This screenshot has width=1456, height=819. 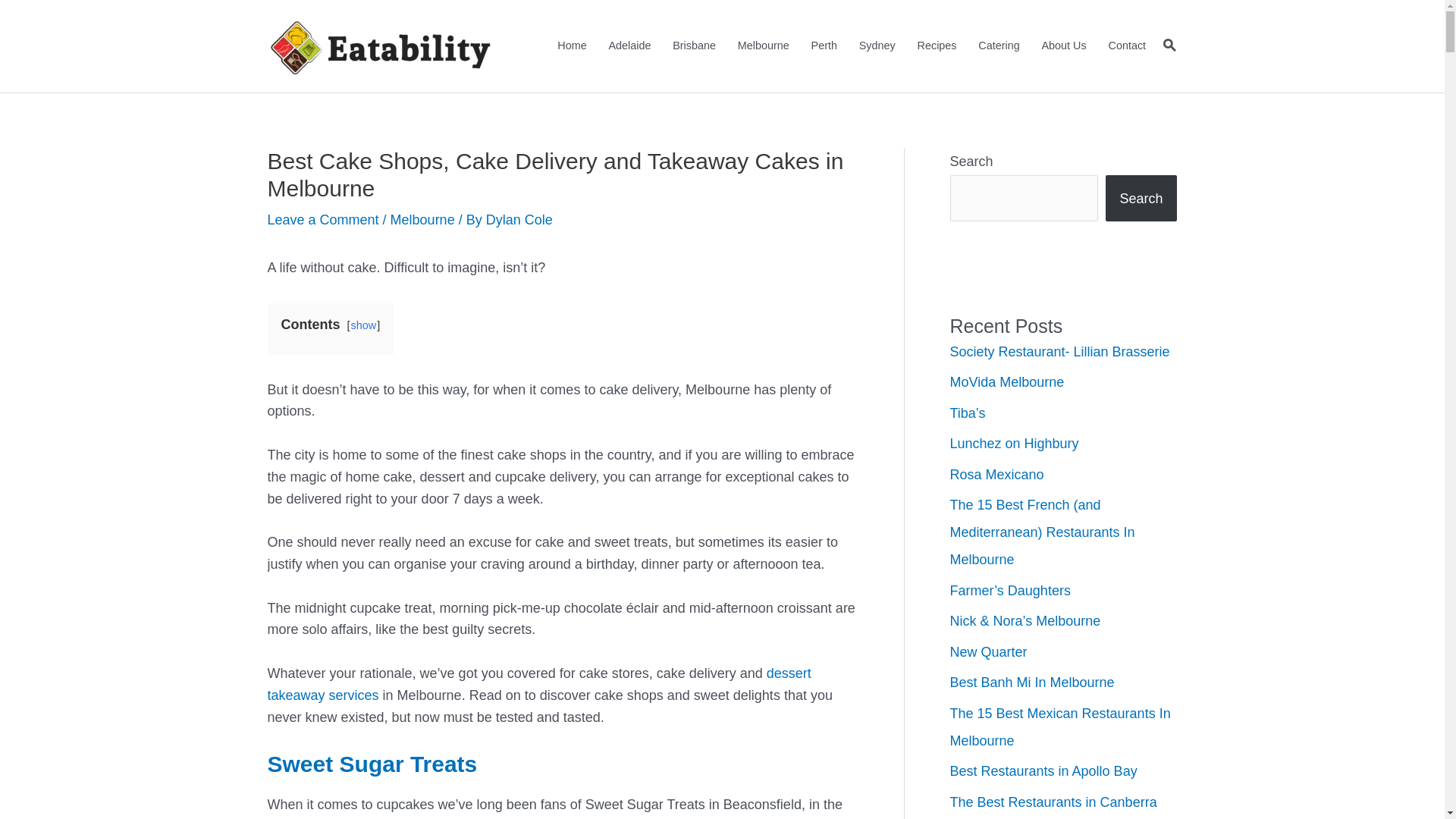 What do you see at coordinates (629, 45) in the screenshot?
I see `'Adelaide'` at bounding box center [629, 45].